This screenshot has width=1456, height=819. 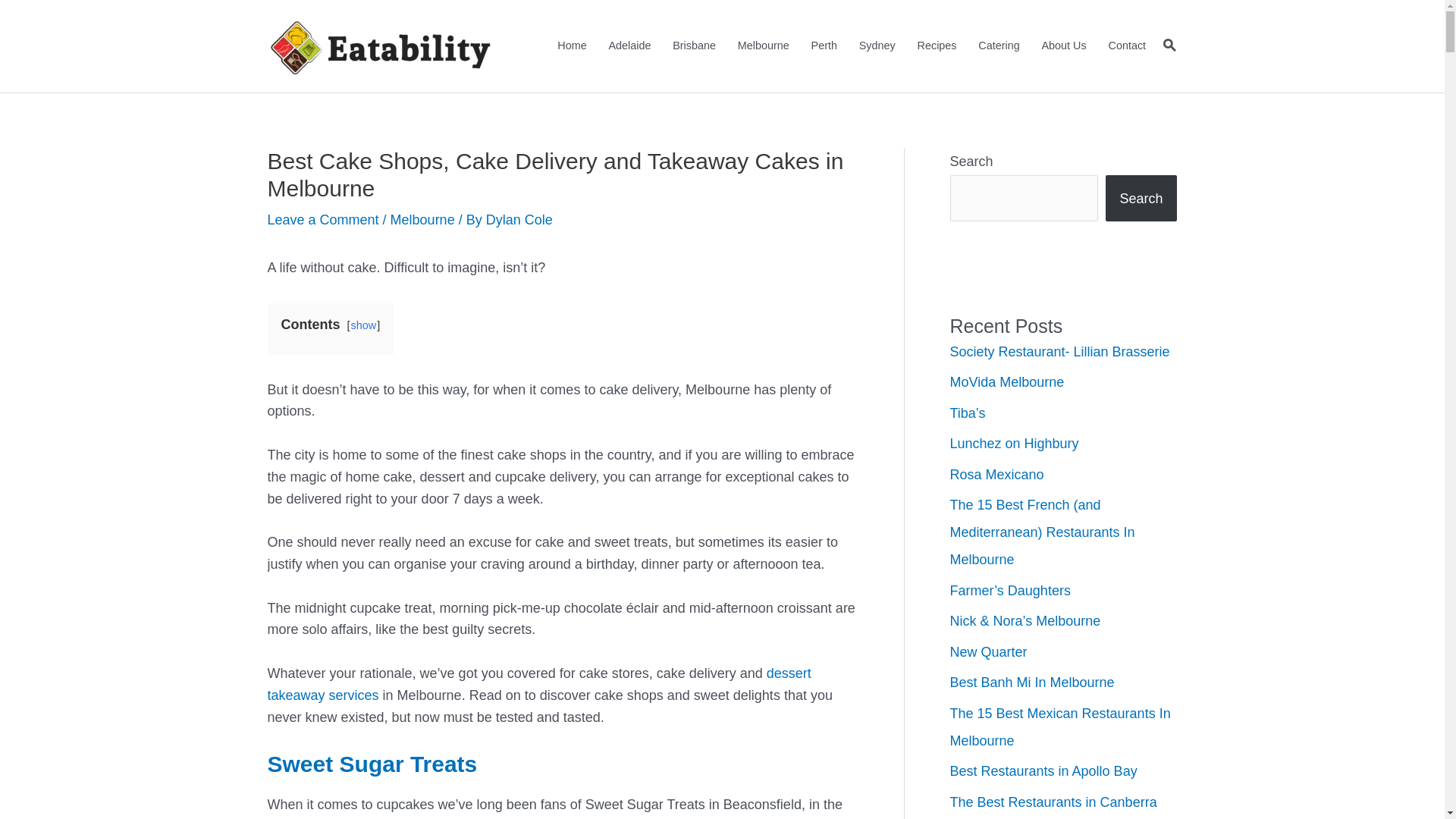 What do you see at coordinates (629, 45) in the screenshot?
I see `'Adelaide'` at bounding box center [629, 45].